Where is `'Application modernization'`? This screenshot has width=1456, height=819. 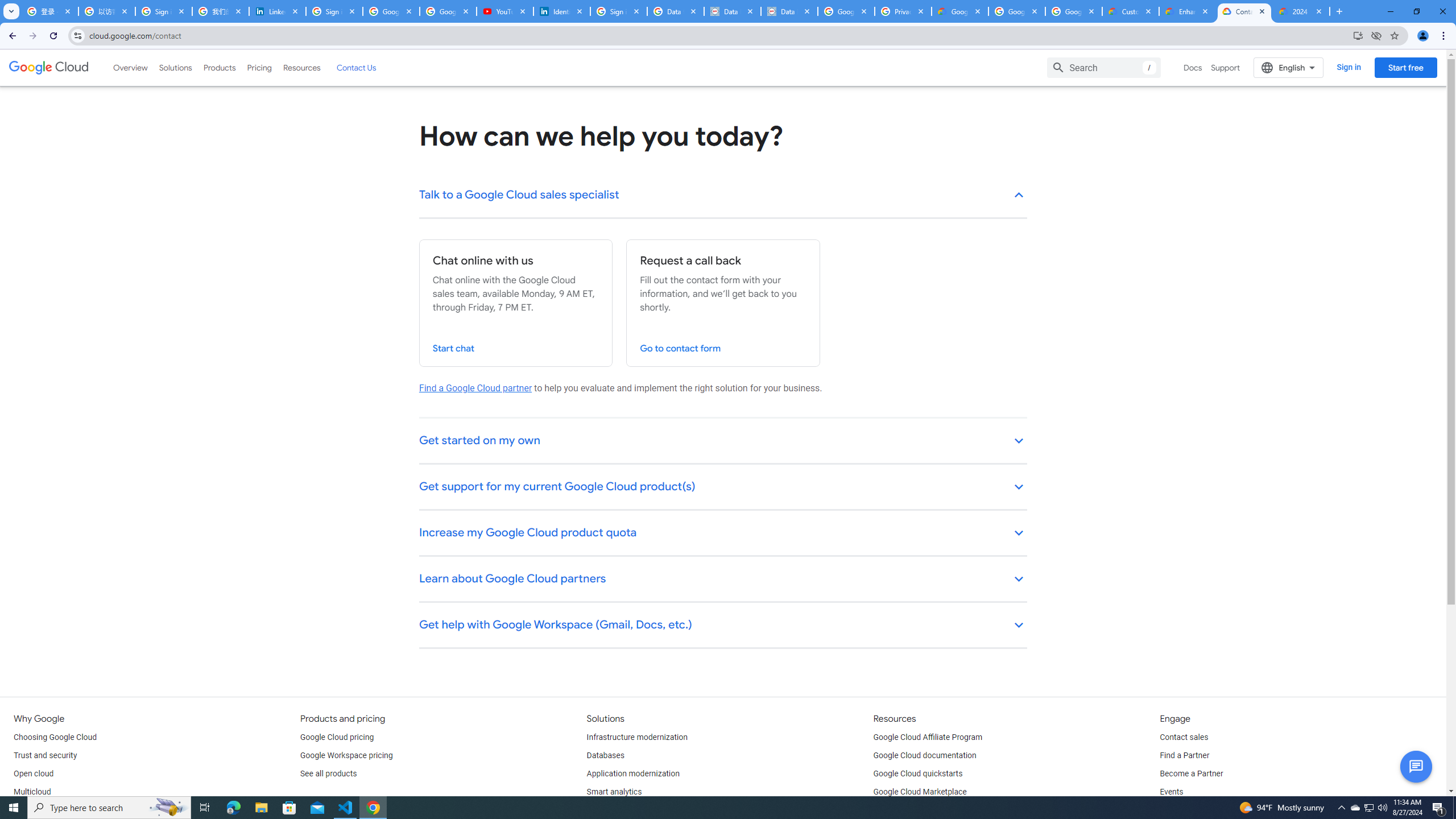
'Application modernization' is located at coordinates (632, 773).